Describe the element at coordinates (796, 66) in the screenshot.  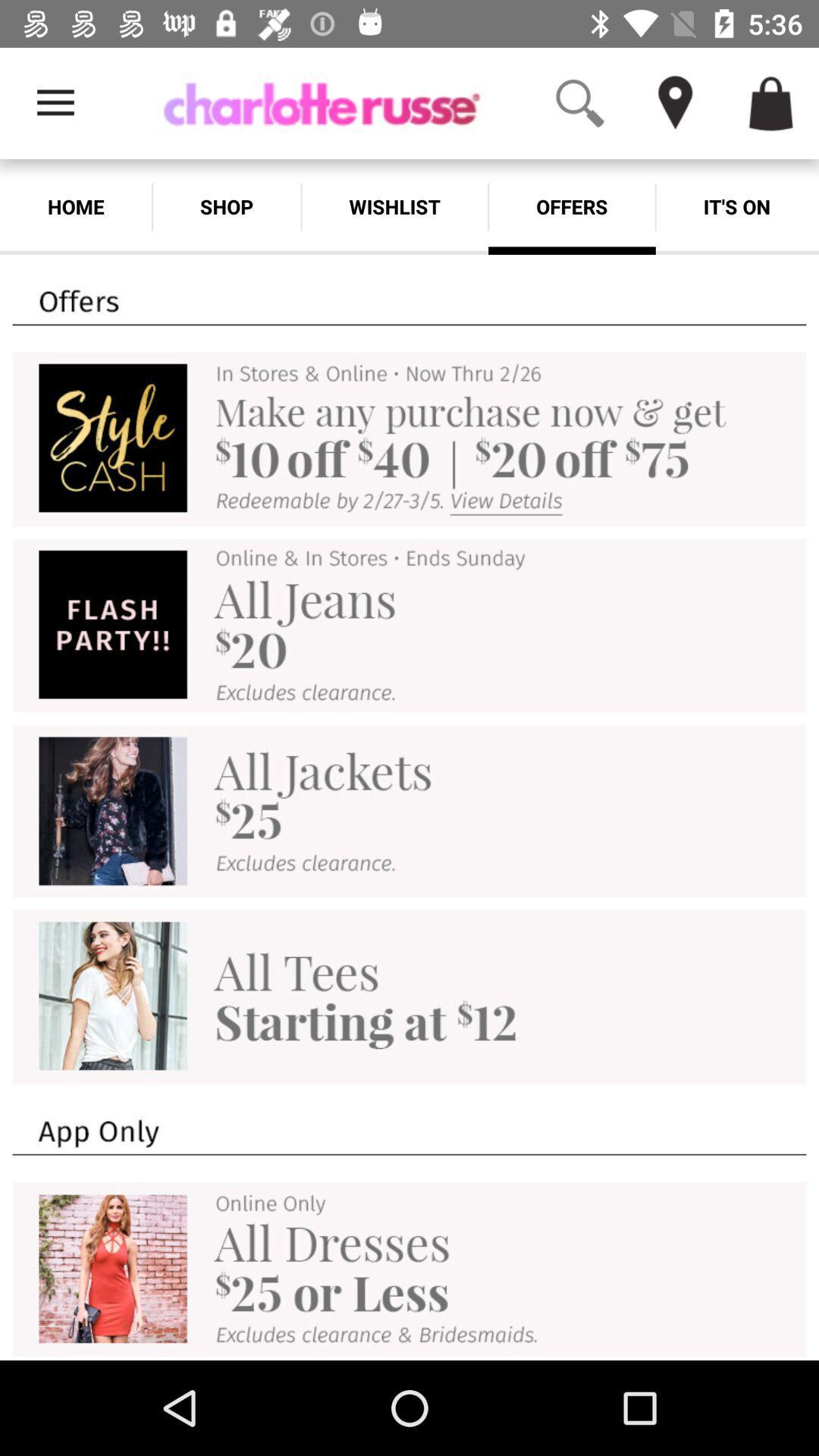
I see `the icon above the it's on` at that location.